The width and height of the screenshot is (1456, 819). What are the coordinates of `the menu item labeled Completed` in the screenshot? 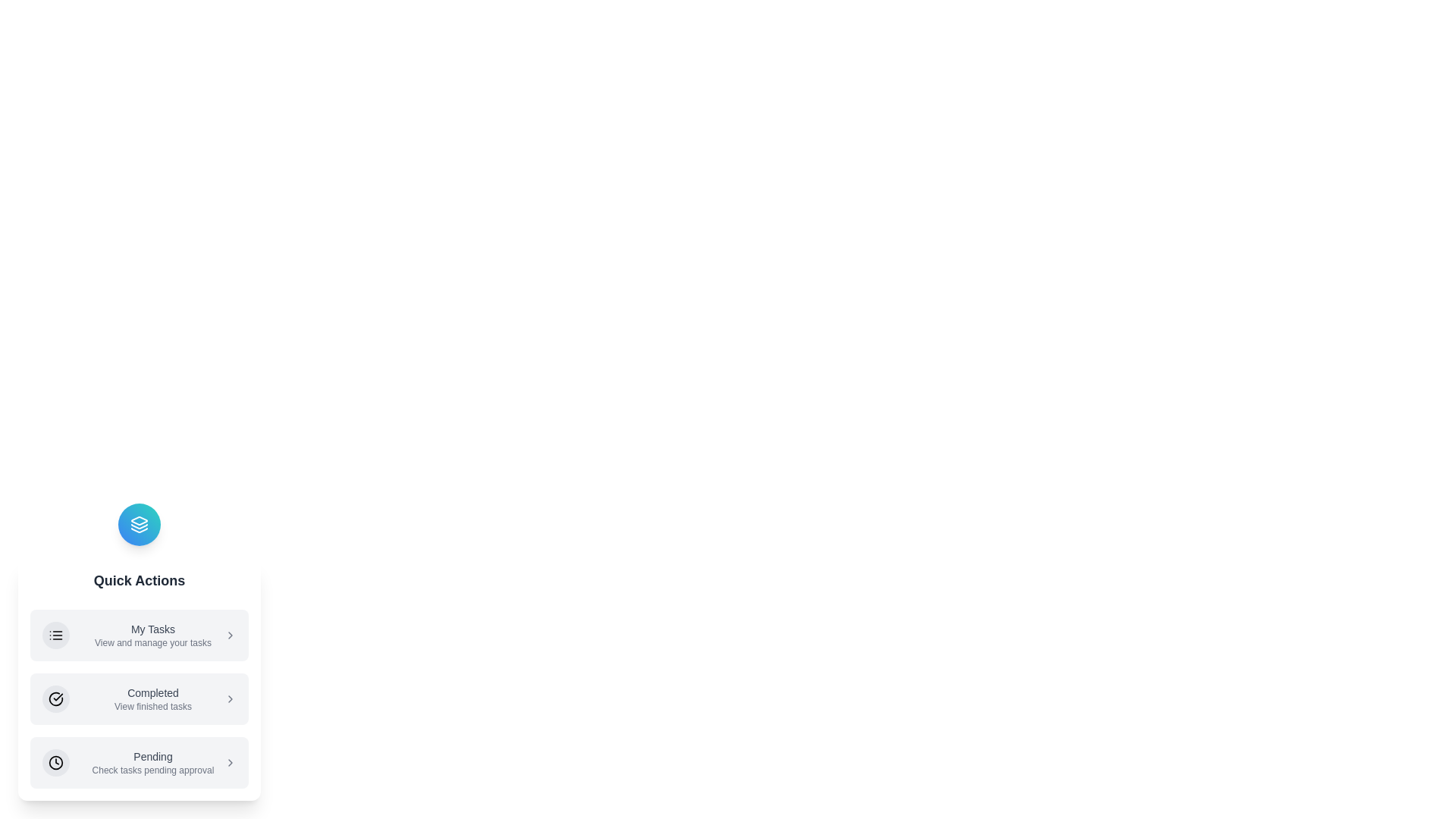 It's located at (139, 698).